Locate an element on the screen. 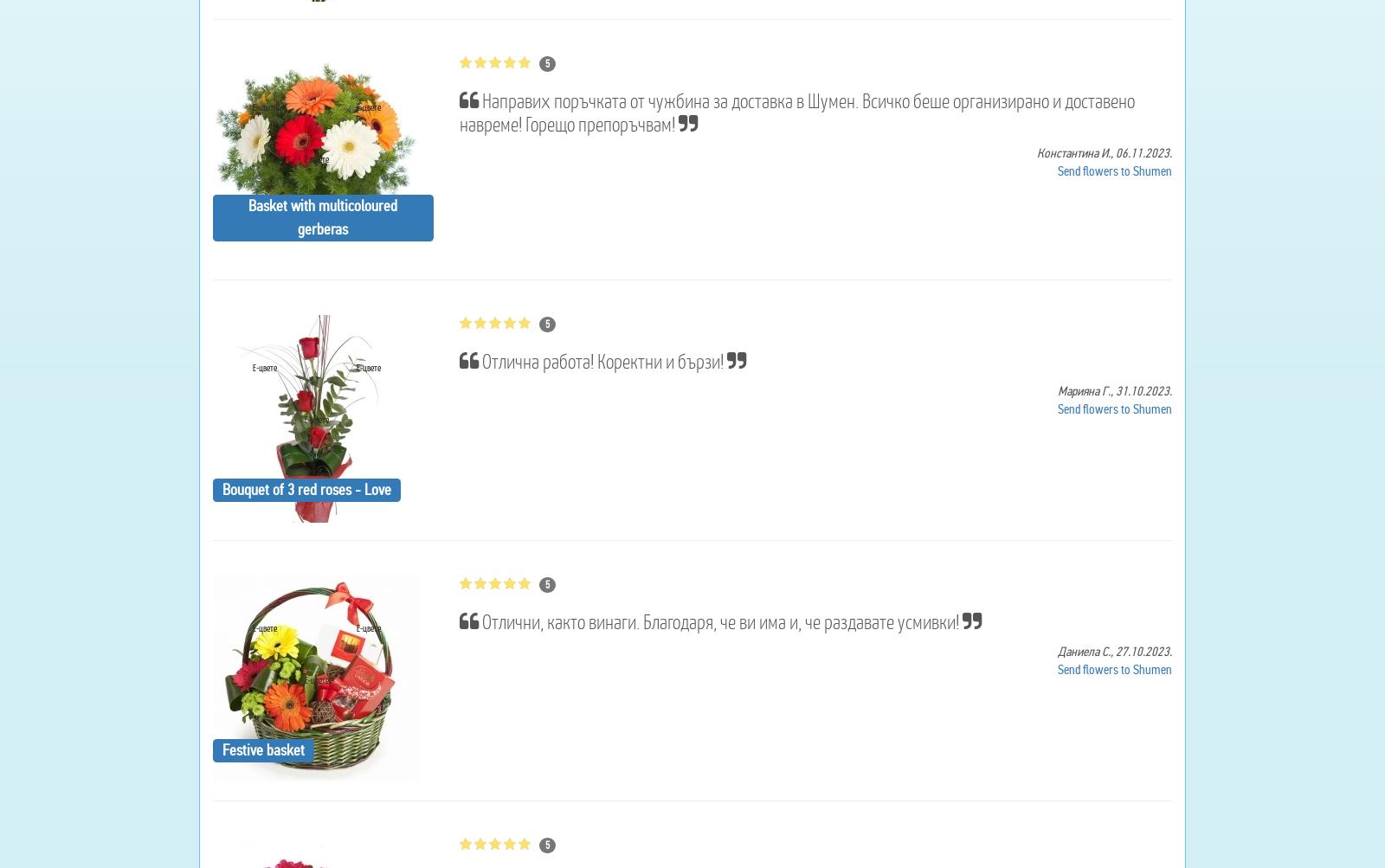 The image size is (1385, 868). '31.10.2023.' is located at coordinates (1143, 390).